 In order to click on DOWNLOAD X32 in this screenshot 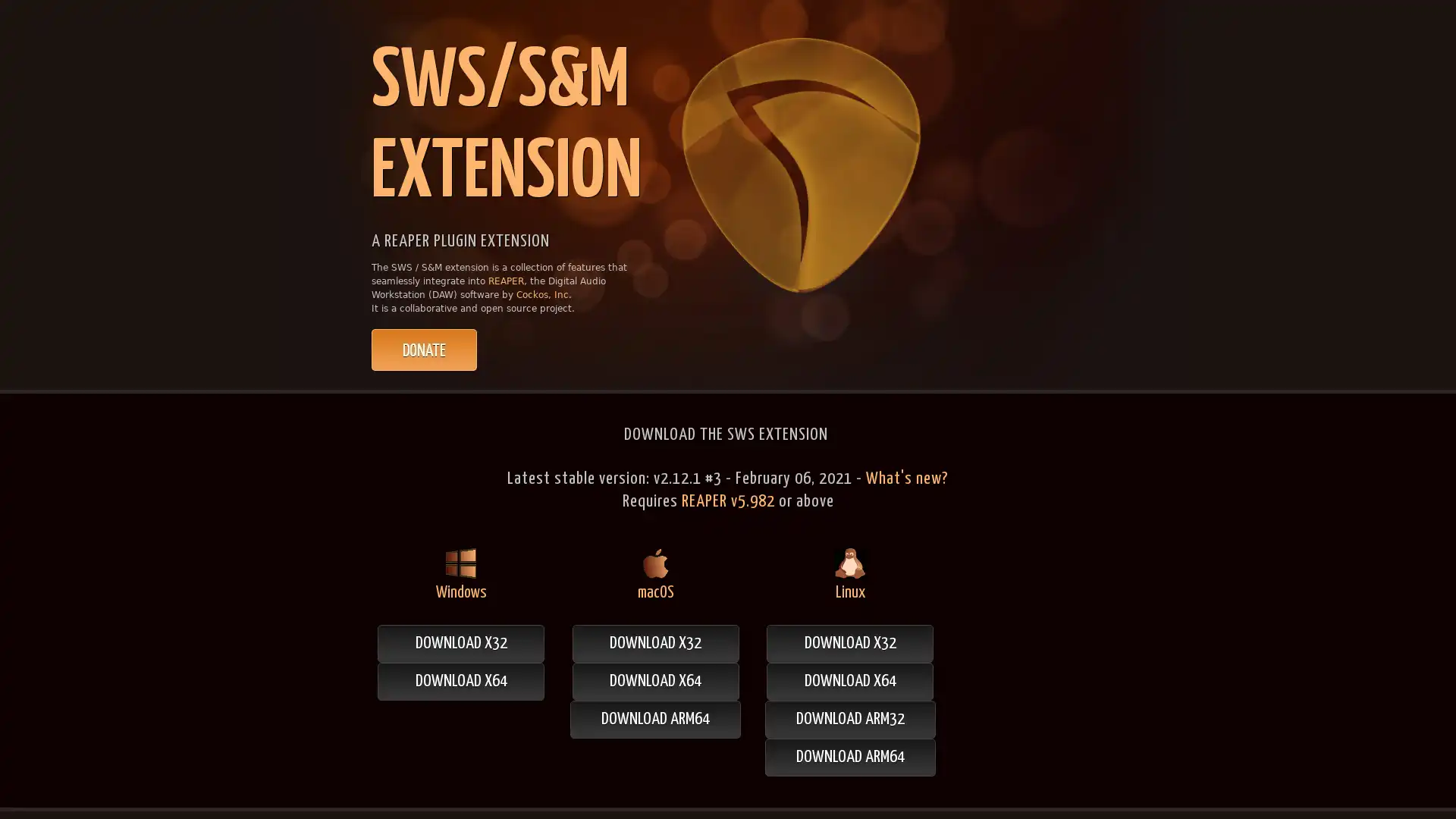, I will do `click(971, 643)`.